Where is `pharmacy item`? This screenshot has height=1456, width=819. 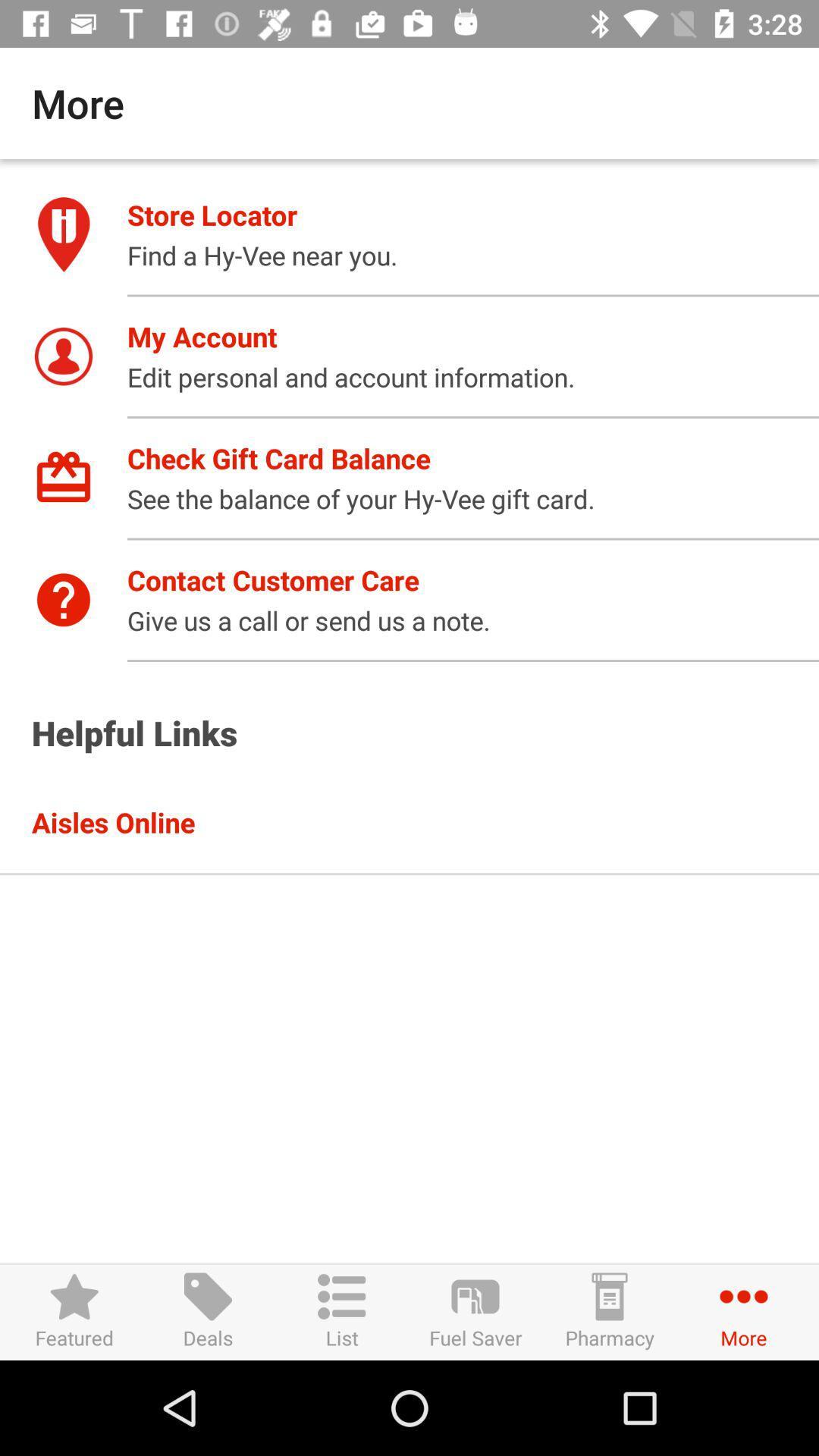
pharmacy item is located at coordinates (608, 1311).